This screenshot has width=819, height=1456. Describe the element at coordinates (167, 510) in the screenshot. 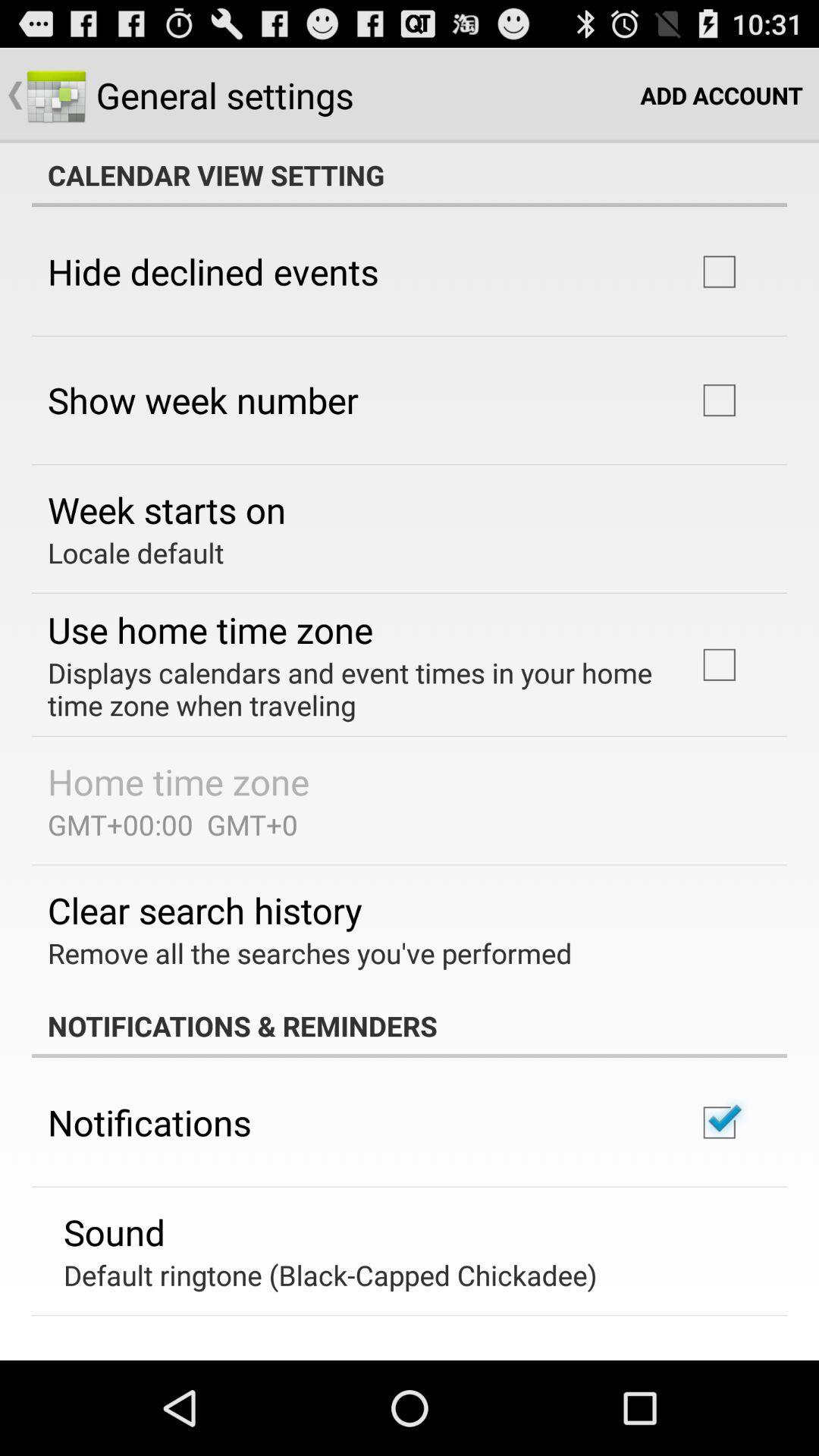

I see `app above locale default icon` at that location.